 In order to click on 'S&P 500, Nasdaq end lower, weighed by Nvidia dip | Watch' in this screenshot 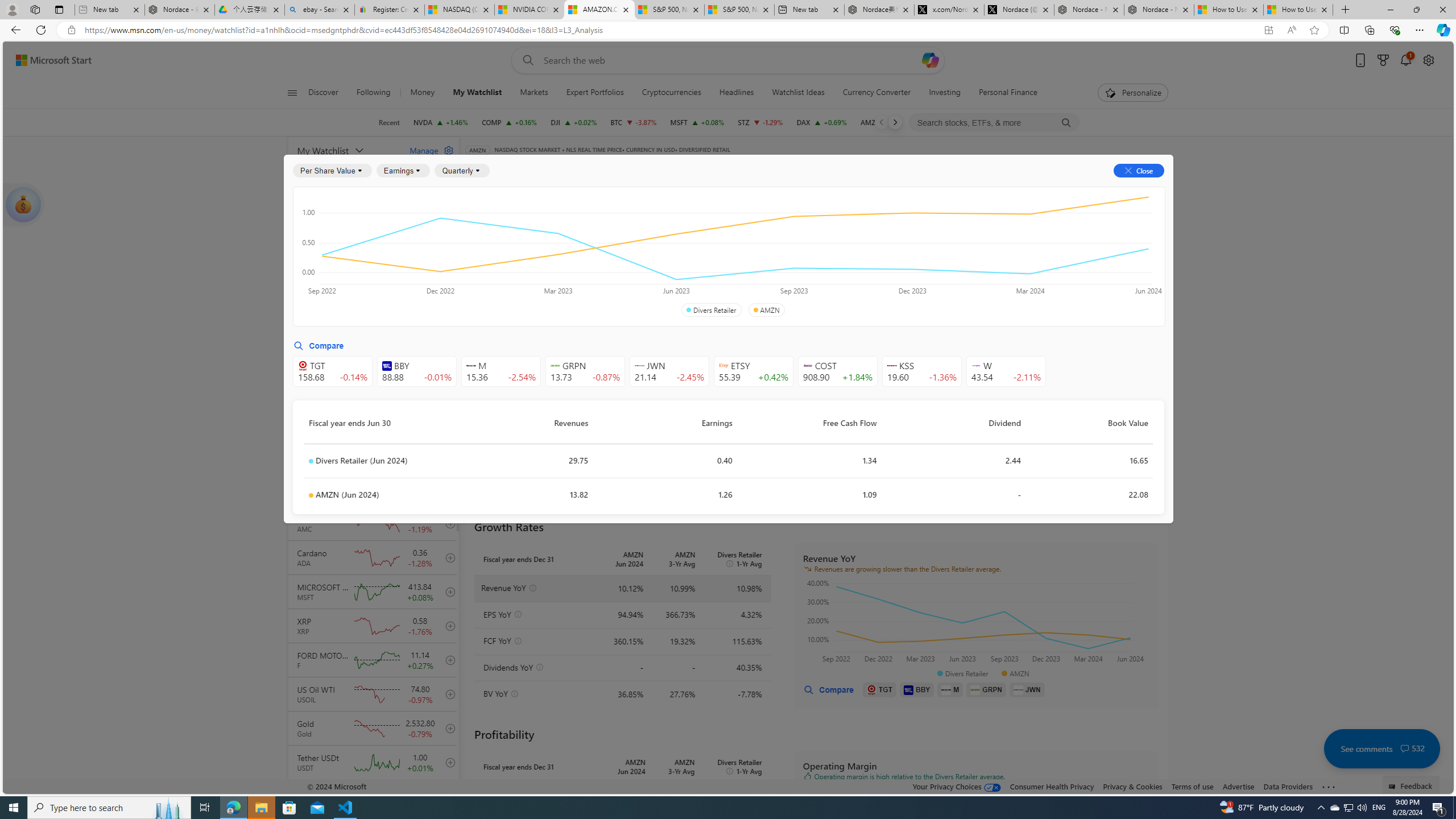, I will do `click(739, 9)`.